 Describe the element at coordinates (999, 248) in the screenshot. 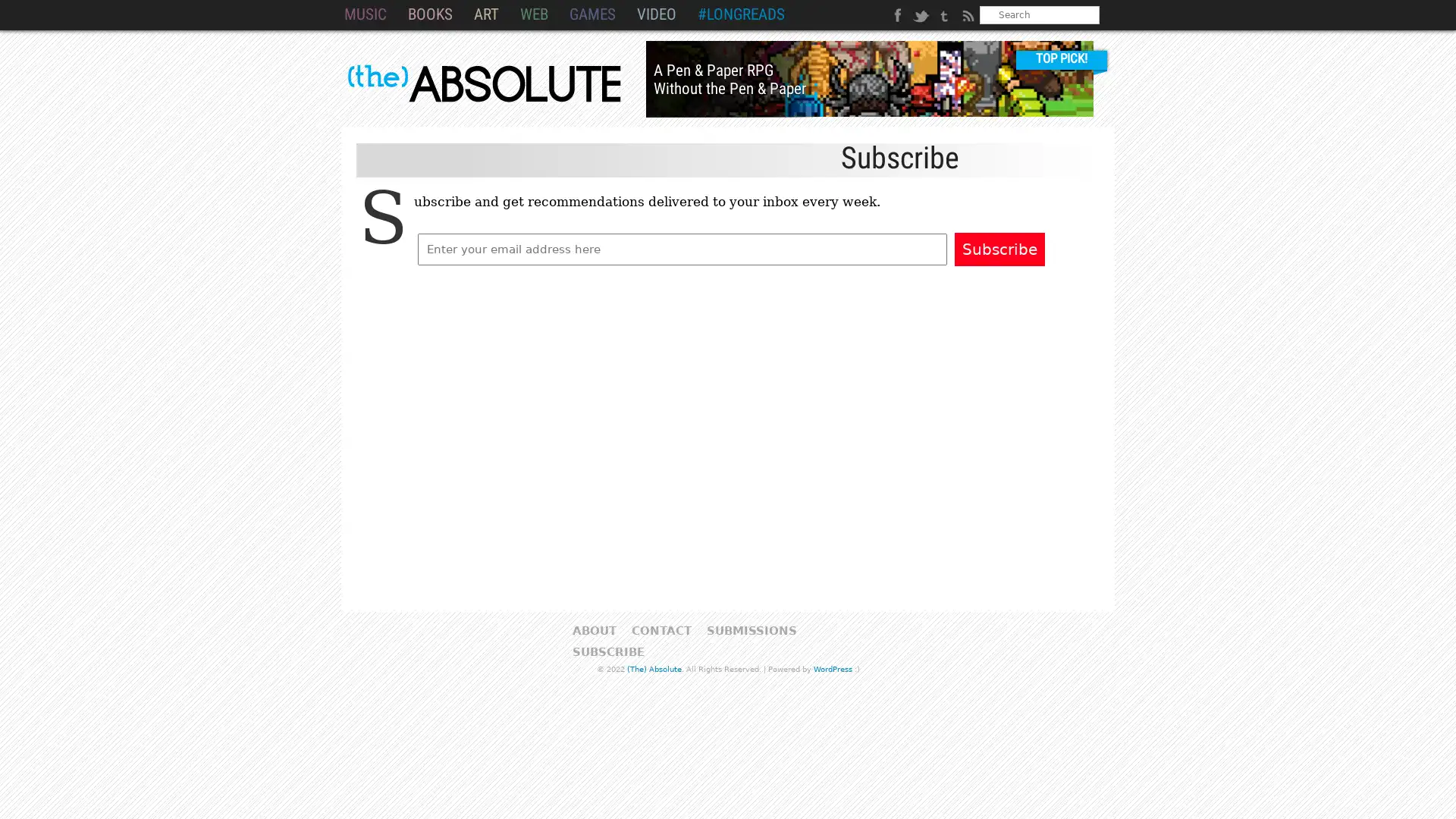

I see `Subscribe` at that location.